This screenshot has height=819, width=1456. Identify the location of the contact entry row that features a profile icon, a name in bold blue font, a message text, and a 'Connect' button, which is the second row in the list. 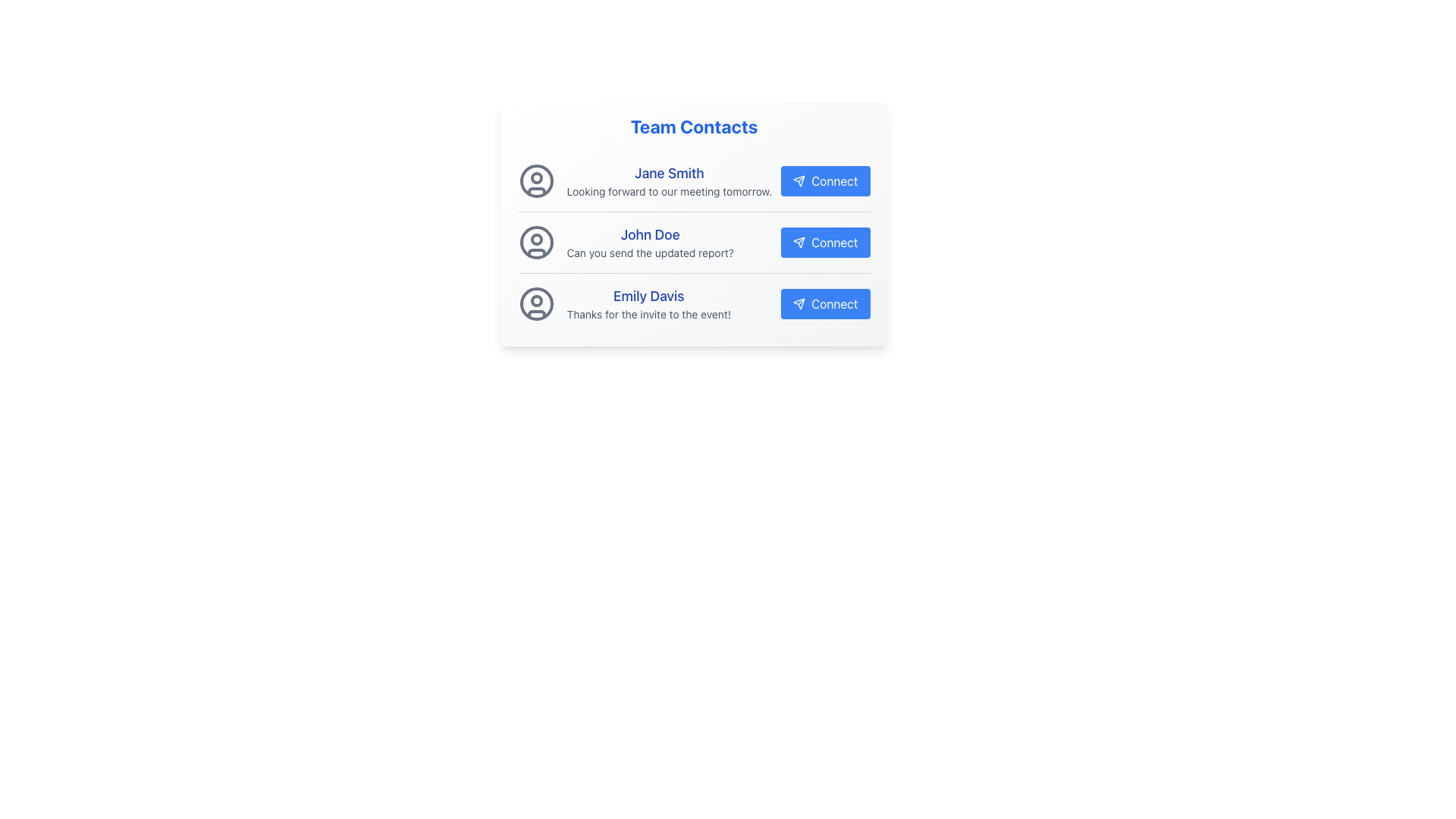
(693, 242).